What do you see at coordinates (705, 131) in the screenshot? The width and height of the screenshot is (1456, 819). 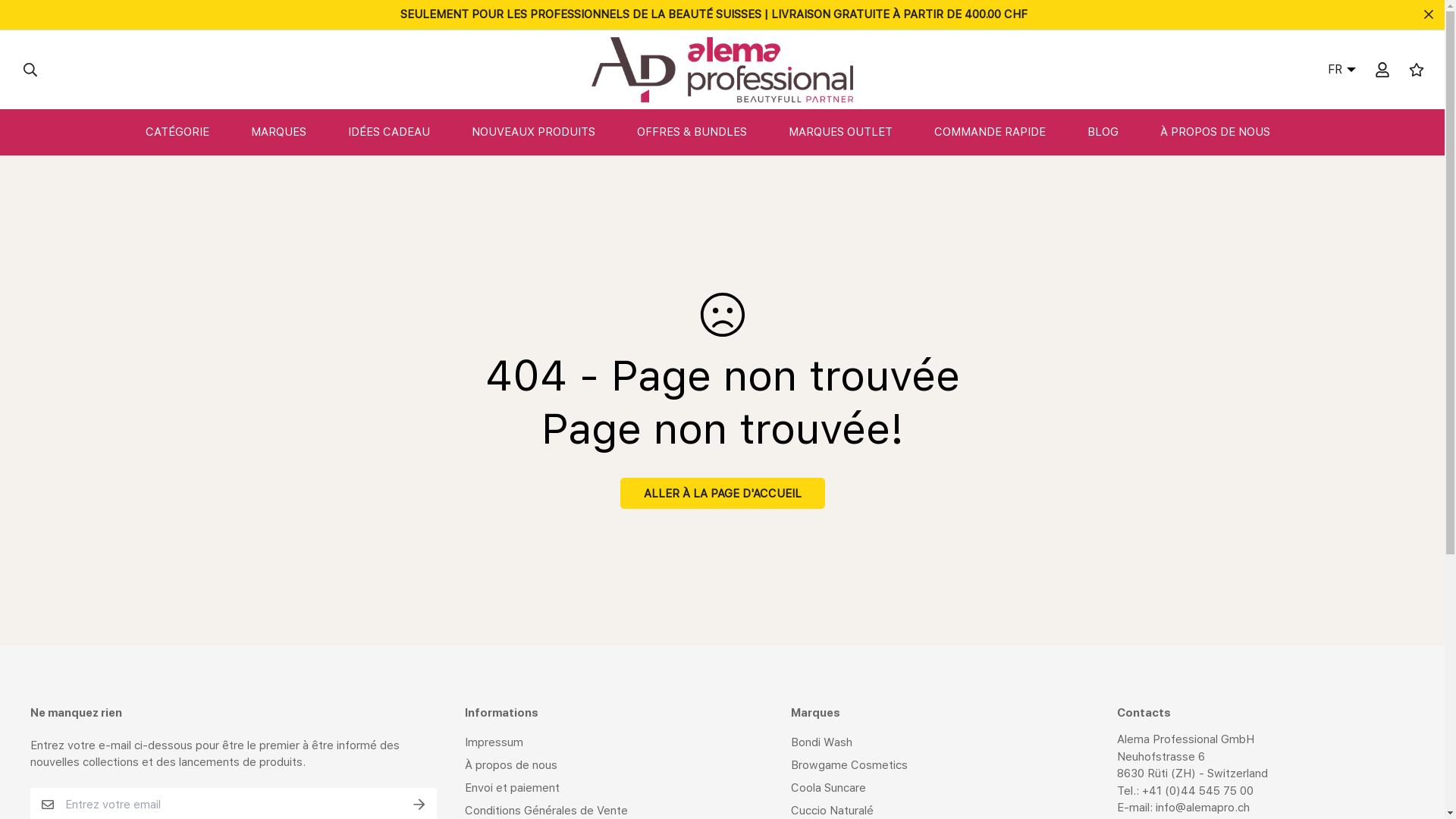 I see `'OFFRES & BUNDLES'` at bounding box center [705, 131].